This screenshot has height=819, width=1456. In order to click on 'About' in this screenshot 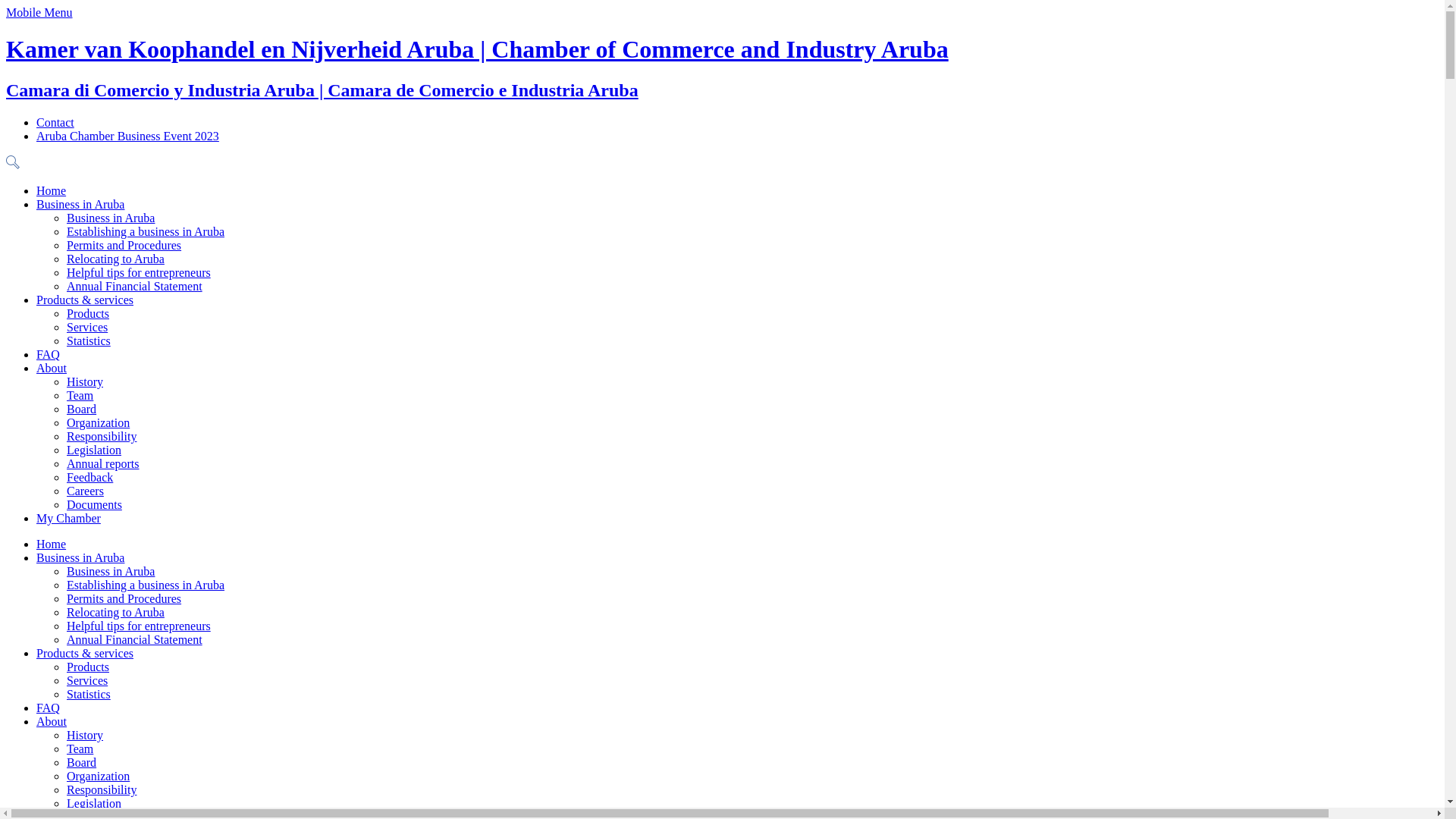, I will do `click(36, 720)`.